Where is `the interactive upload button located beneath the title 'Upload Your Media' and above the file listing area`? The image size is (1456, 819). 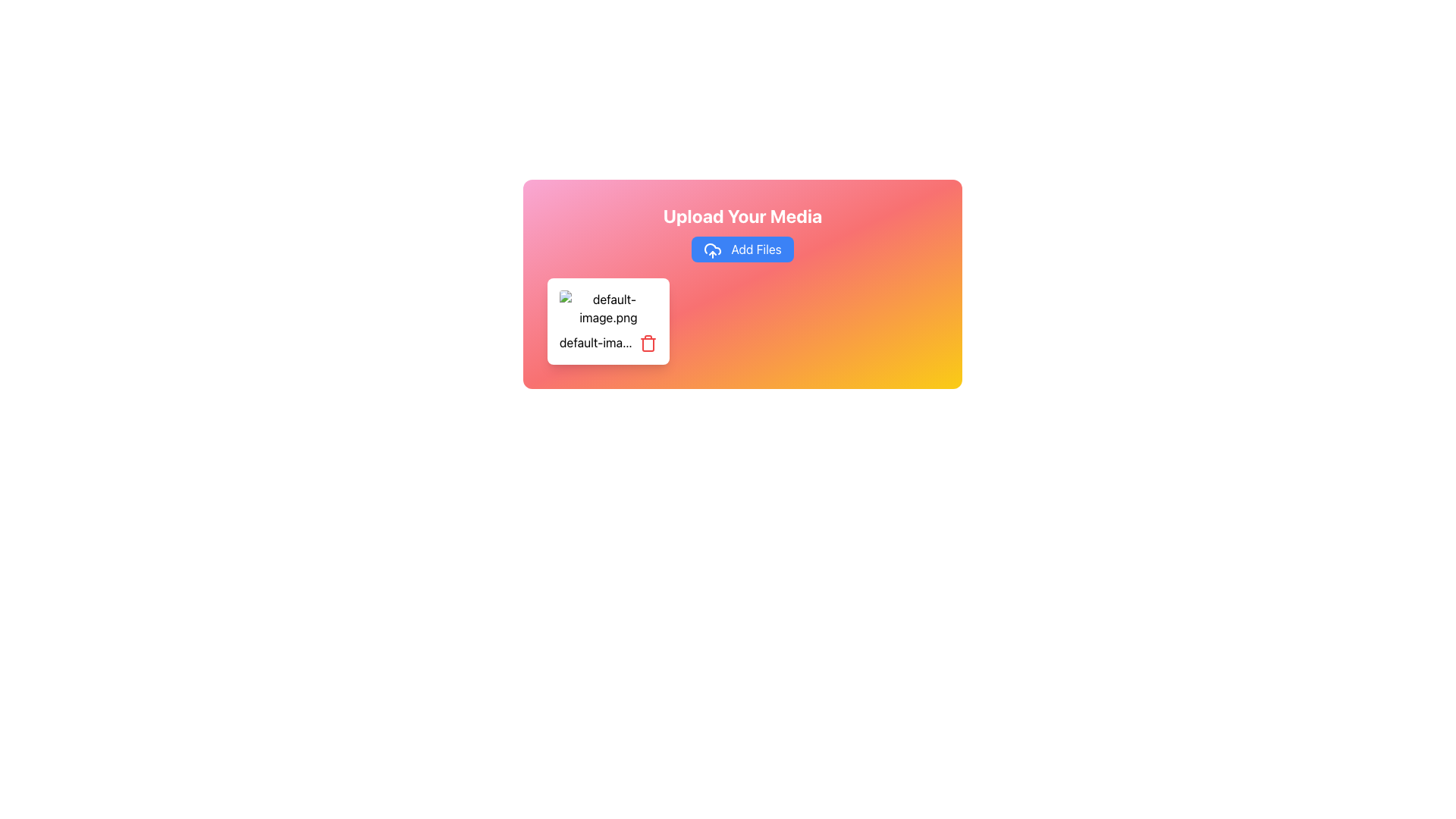 the interactive upload button located beneath the title 'Upload Your Media' and above the file listing area is located at coordinates (742, 249).